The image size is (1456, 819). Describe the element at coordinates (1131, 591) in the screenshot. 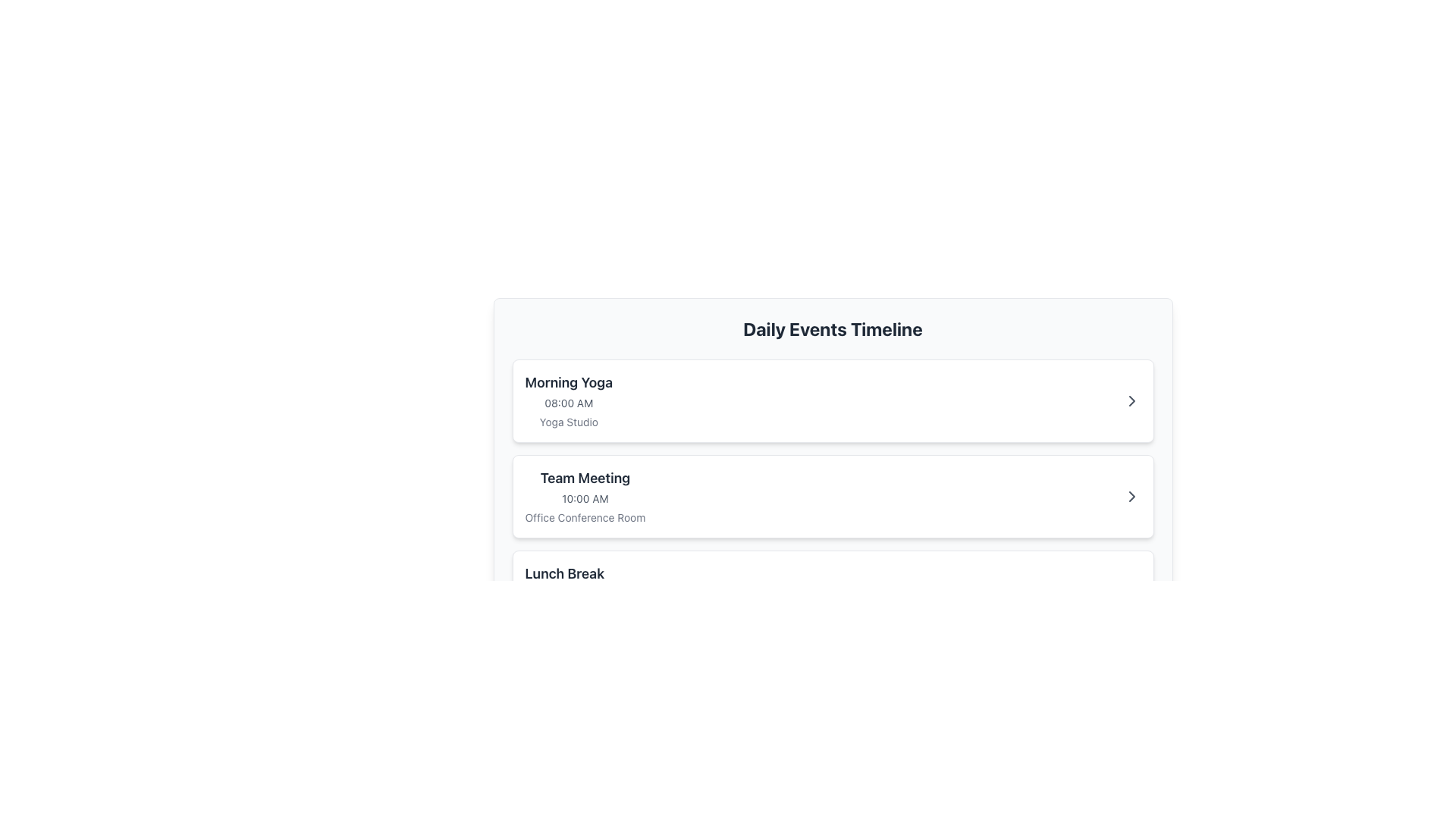

I see `the small right-pointing chevron icon button located at the far right within the 'Lunch Break' event panel for keyboard navigation` at that location.